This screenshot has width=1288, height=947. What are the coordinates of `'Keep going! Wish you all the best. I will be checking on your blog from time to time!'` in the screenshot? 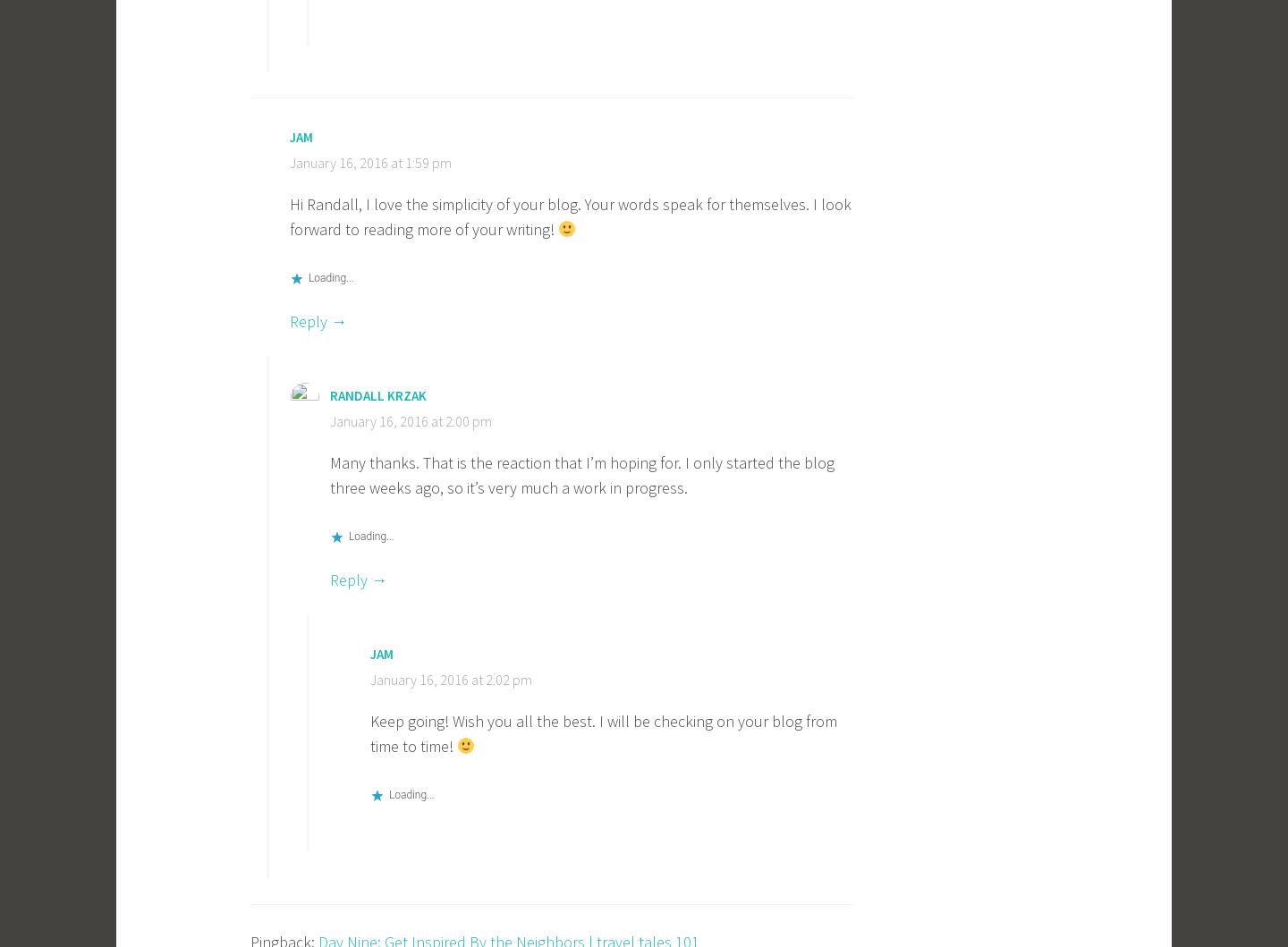 It's located at (604, 731).